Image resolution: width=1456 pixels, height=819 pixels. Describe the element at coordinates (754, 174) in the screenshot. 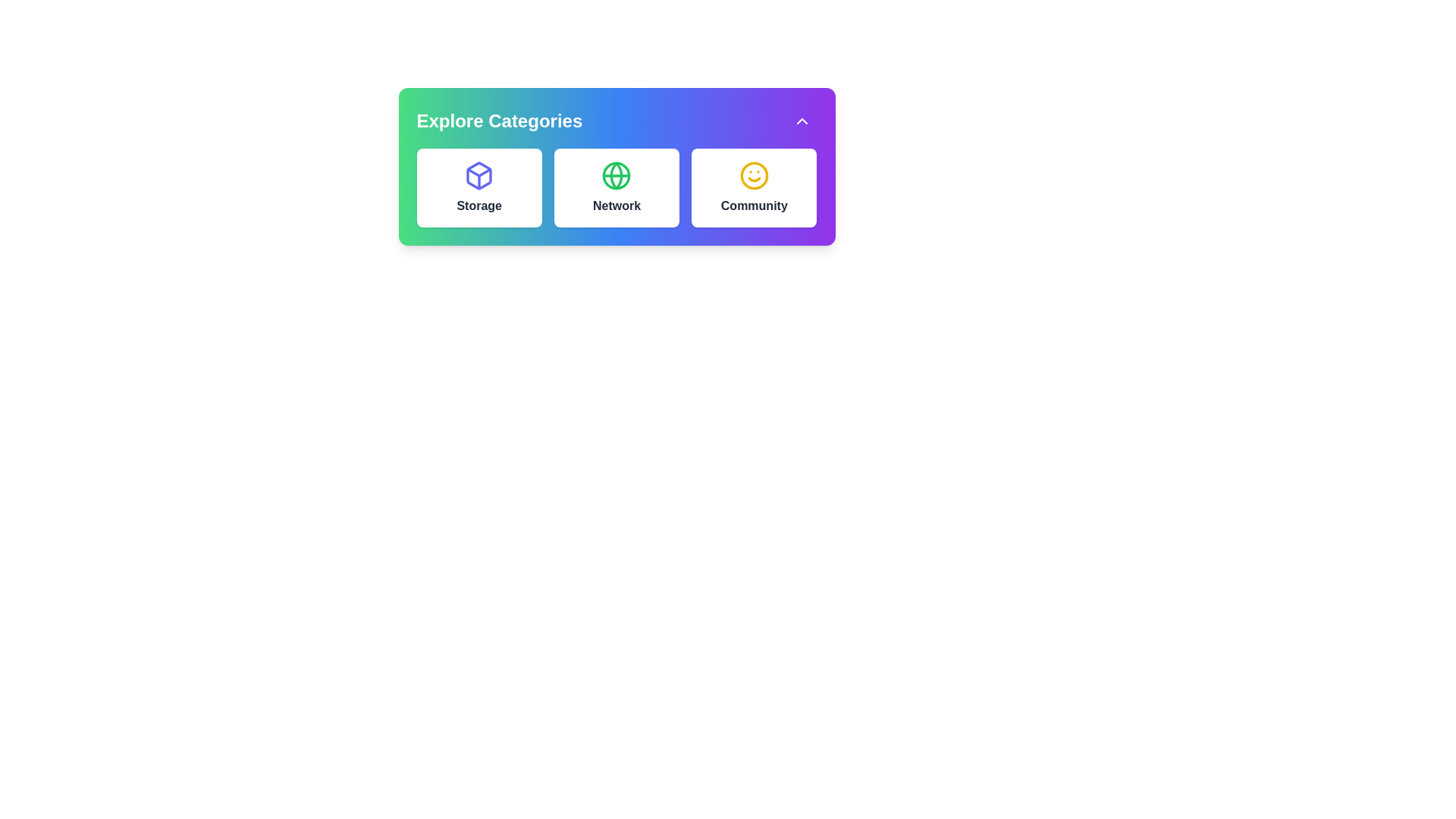

I see `the 'Community' icon located in the fourth button area of the purple-gradient card labeled 'Explore Categories'` at that location.